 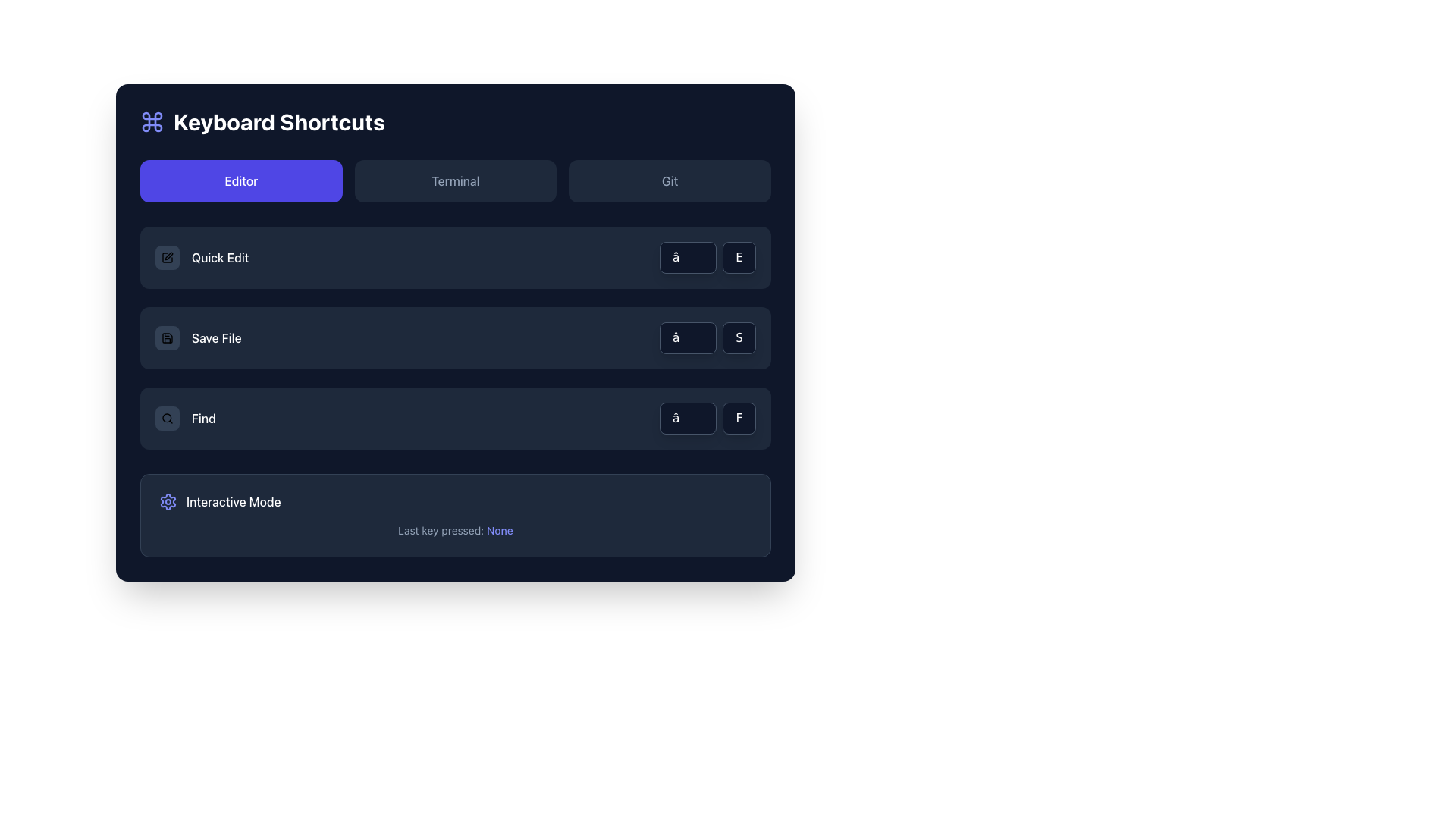 What do you see at coordinates (168, 256) in the screenshot?
I see `the Vector icon (pen icon)` at bounding box center [168, 256].